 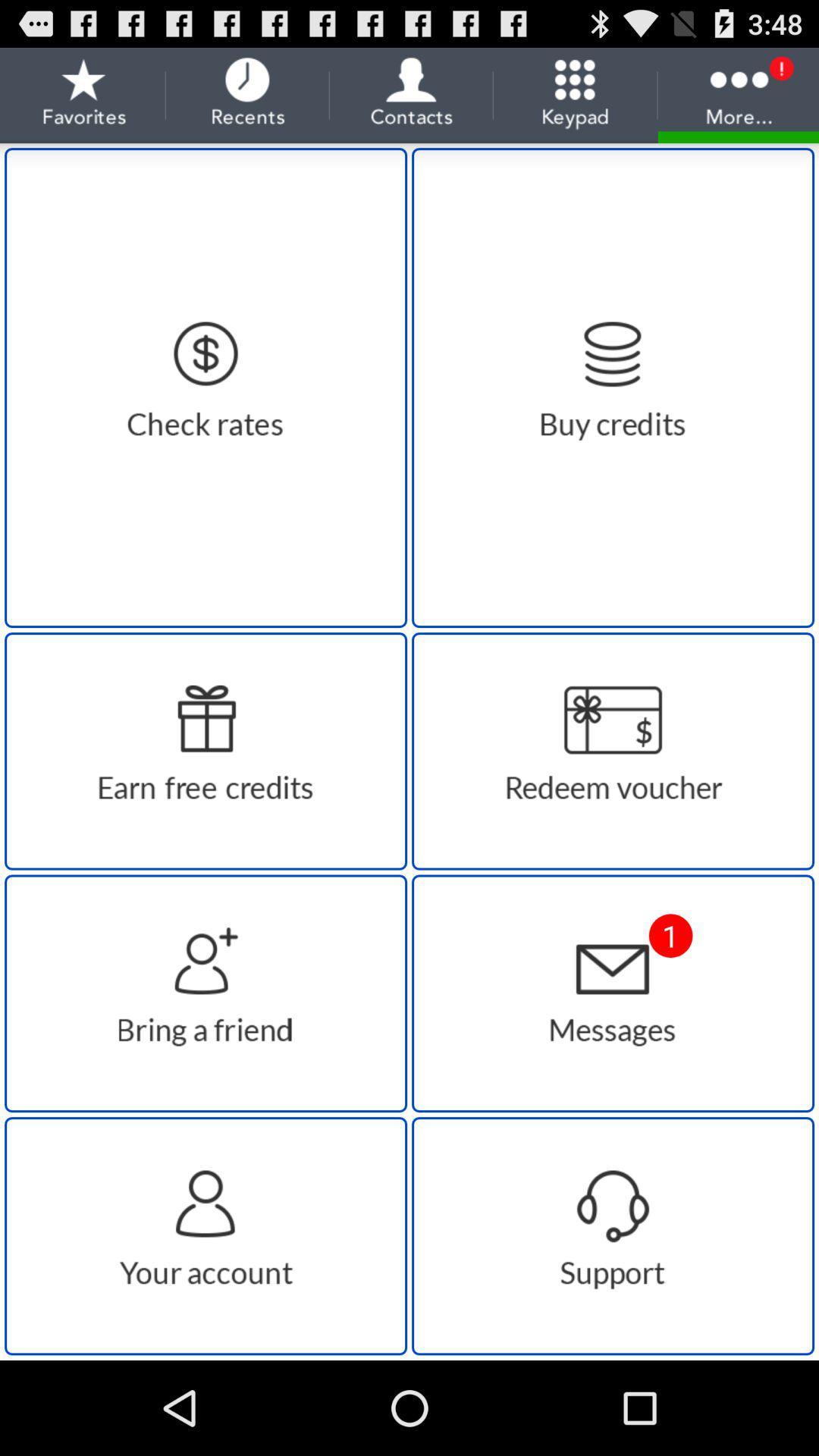 What do you see at coordinates (206, 751) in the screenshot?
I see `earn credits` at bounding box center [206, 751].